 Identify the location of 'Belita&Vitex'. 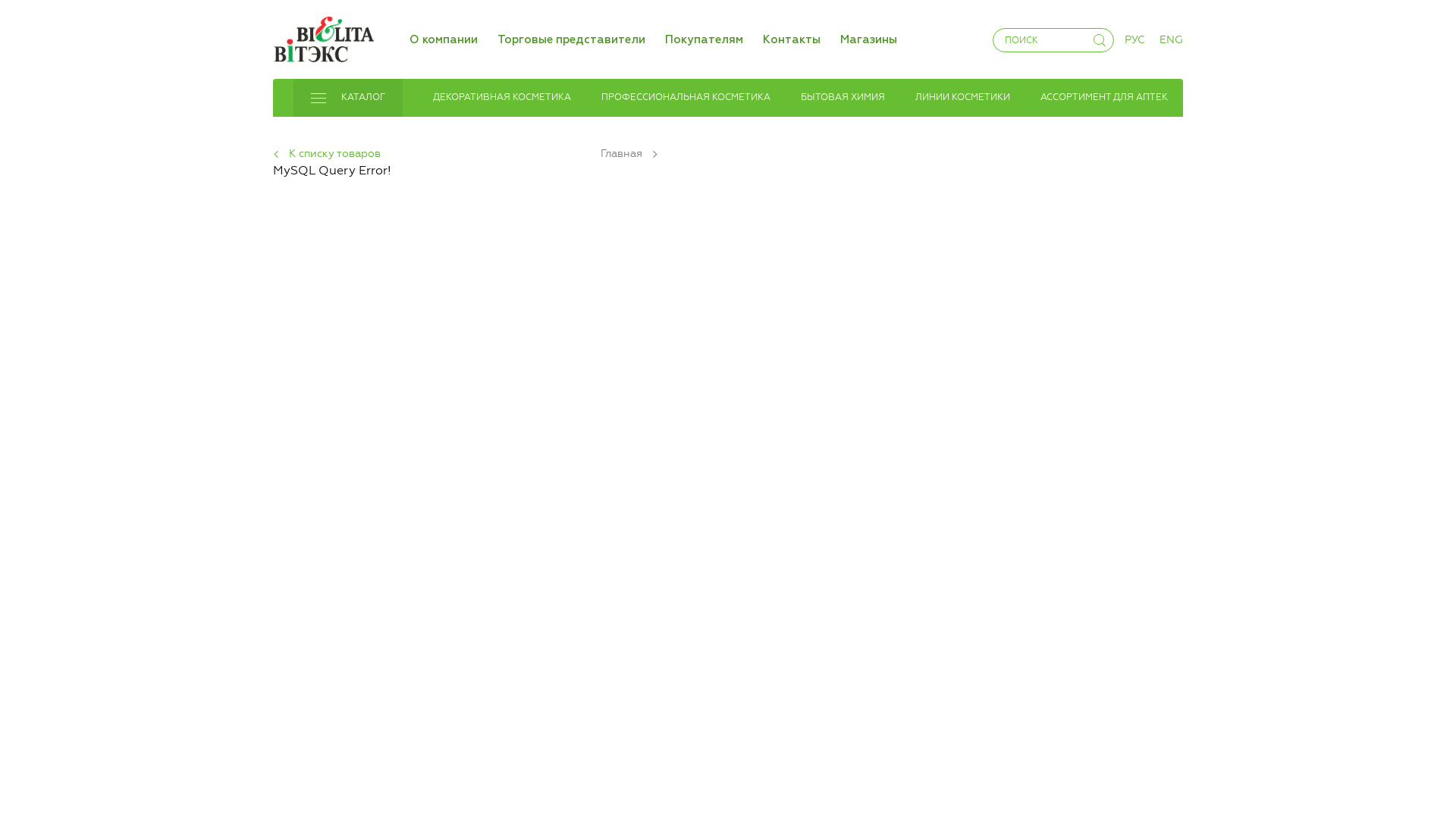
(322, 36).